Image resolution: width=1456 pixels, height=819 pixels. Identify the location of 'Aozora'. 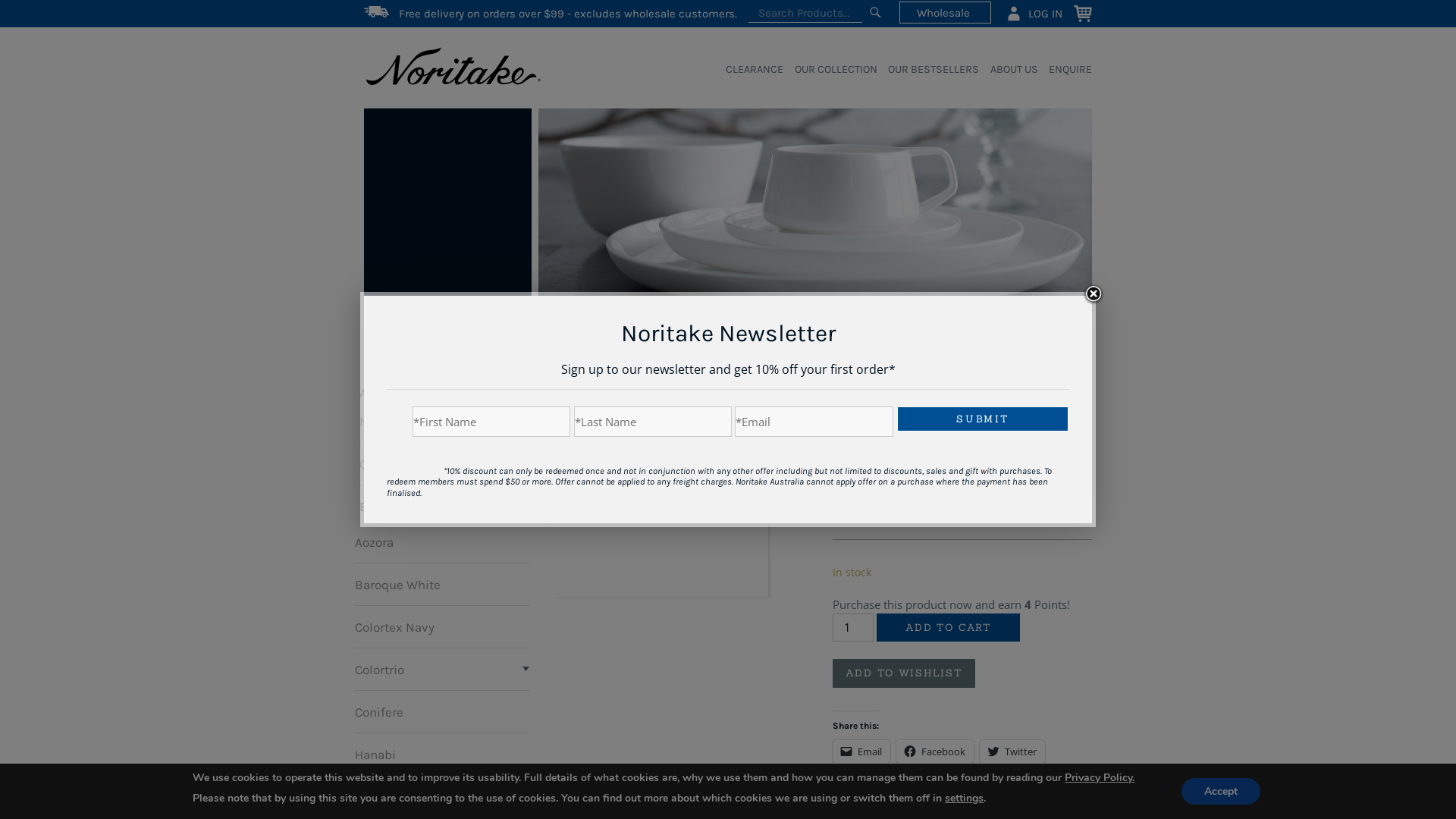
(353, 540).